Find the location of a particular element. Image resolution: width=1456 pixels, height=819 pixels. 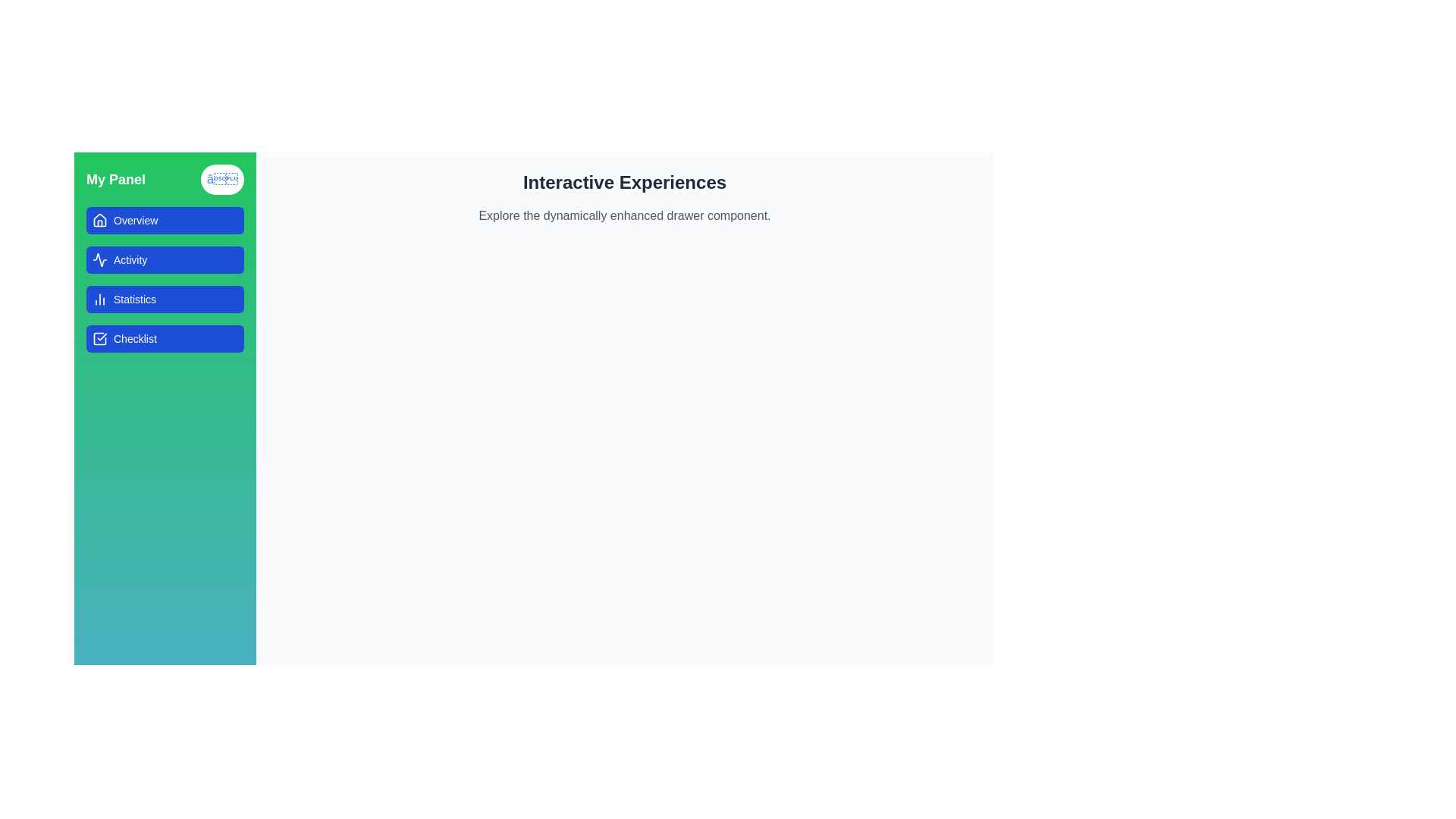

the 'Activity' icon in the vertical navigation menu is located at coordinates (99, 259).